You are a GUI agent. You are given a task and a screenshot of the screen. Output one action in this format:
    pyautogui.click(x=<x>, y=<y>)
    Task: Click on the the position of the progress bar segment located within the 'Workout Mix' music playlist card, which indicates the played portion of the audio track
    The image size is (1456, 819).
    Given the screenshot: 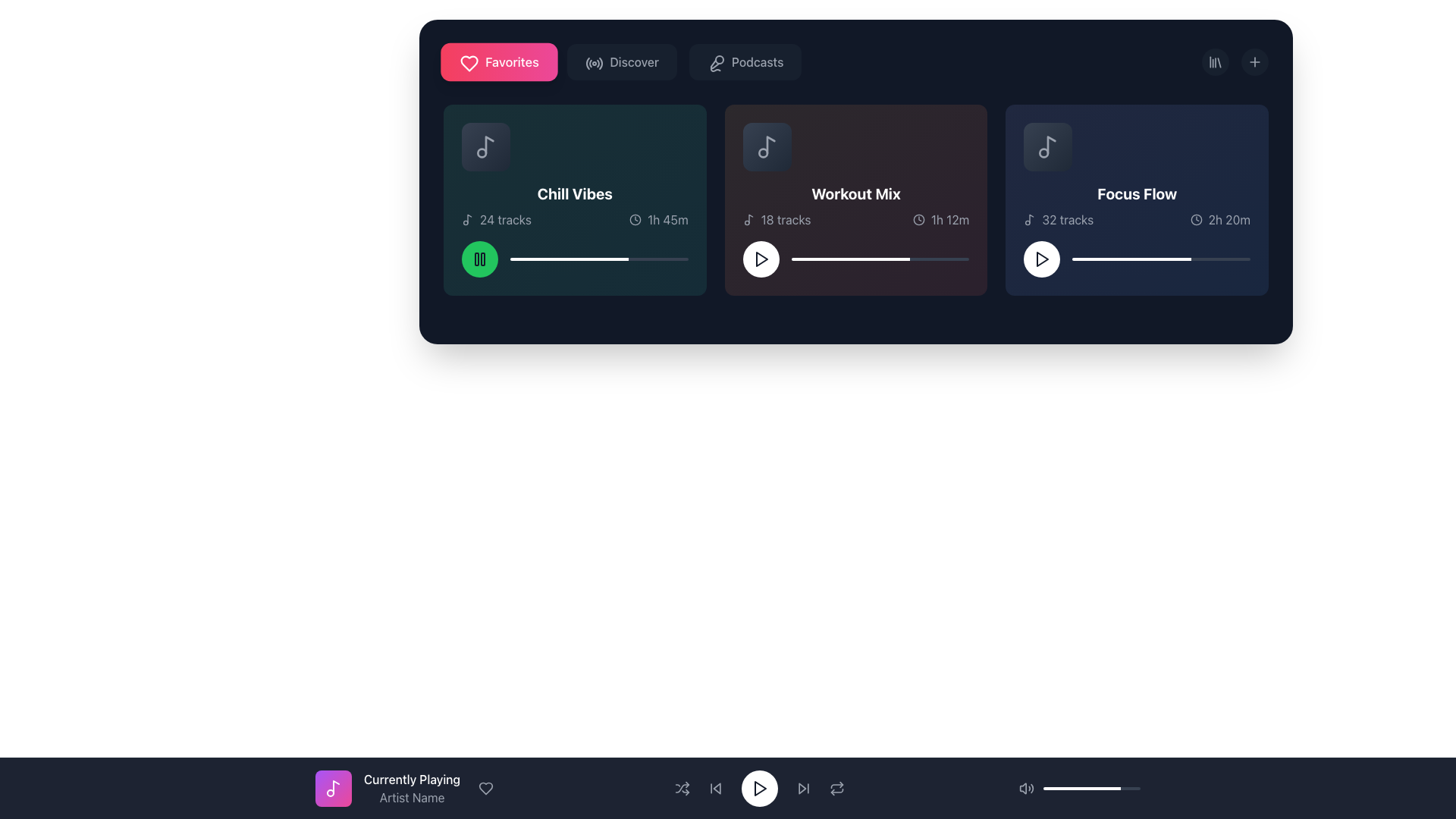 What is the action you would take?
    pyautogui.click(x=850, y=259)
    